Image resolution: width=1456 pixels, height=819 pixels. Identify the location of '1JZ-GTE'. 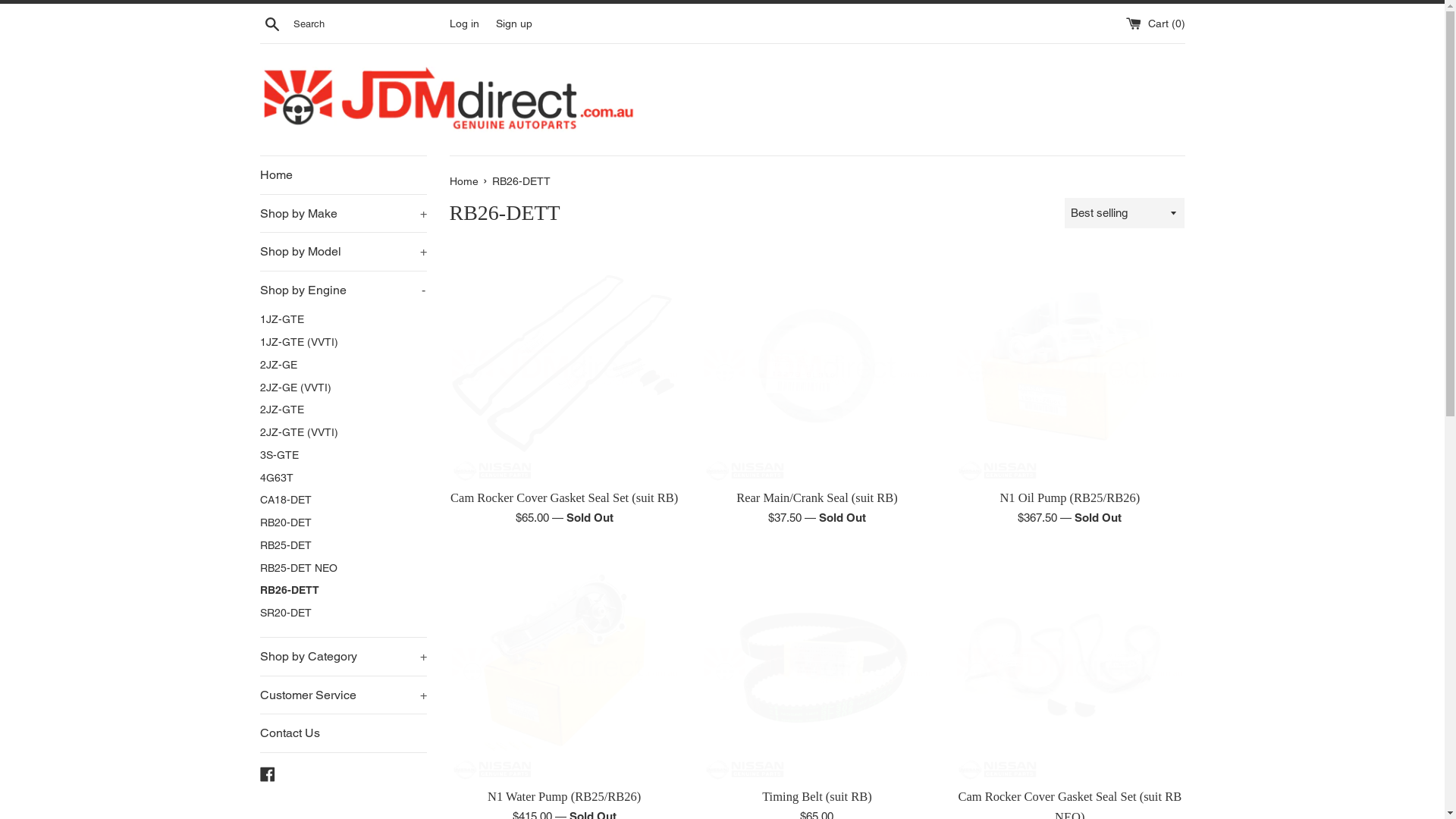
(341, 318).